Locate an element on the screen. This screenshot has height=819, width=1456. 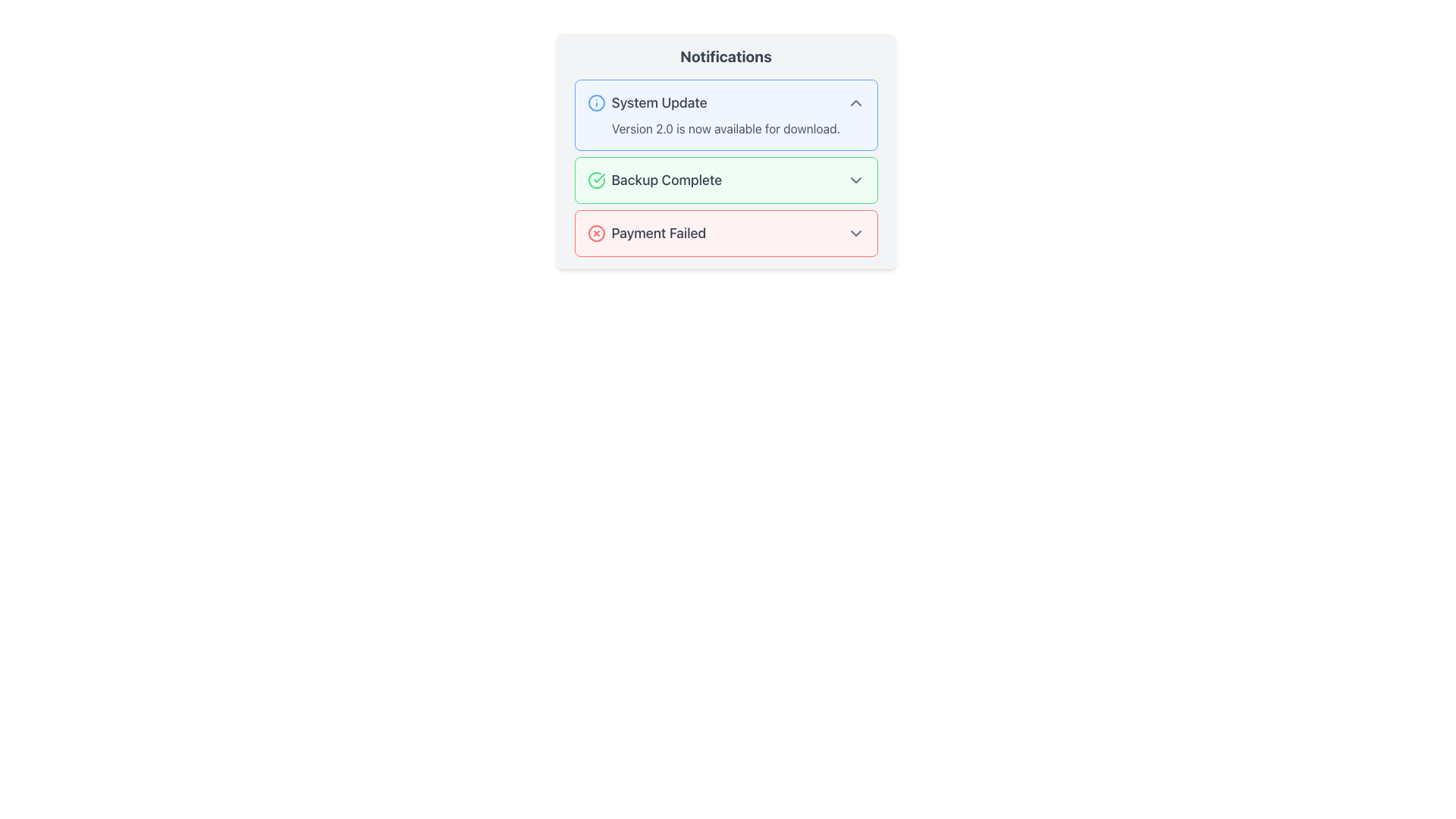
the chevron button located on the right side of the 'System Update' notification box is located at coordinates (855, 102).